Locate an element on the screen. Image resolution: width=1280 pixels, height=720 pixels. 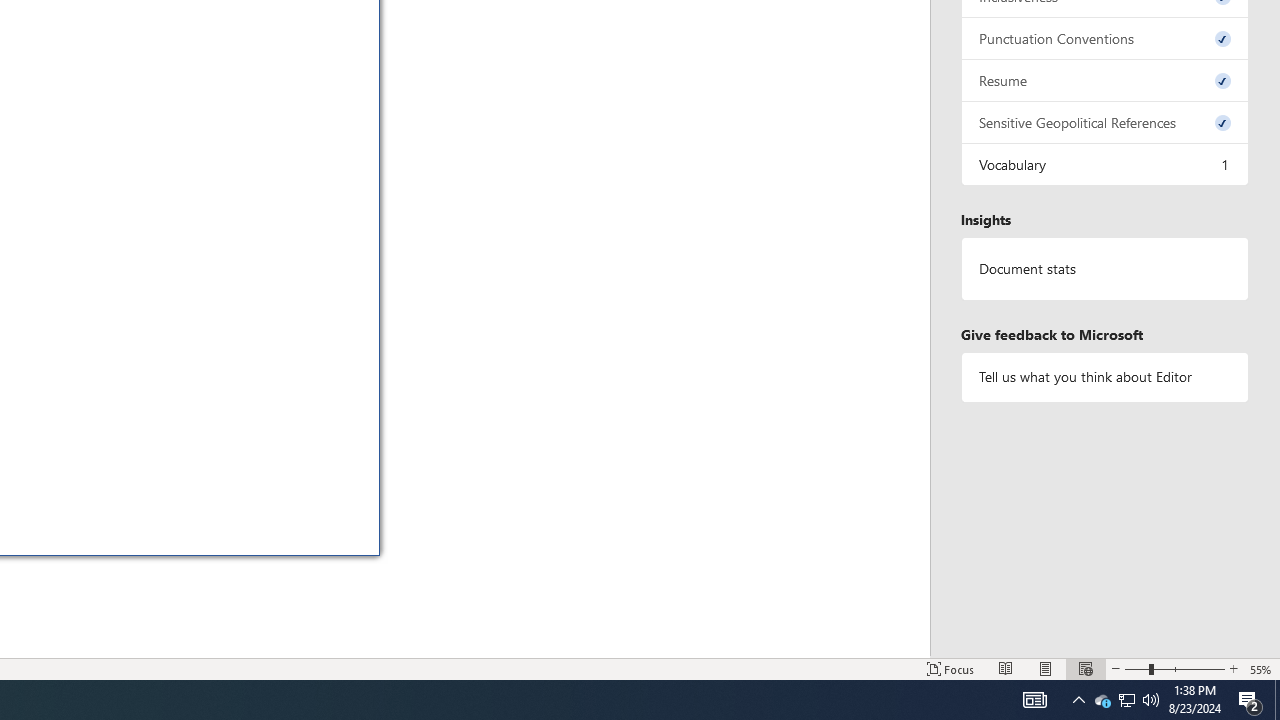
'Document statistics' is located at coordinates (1104, 268).